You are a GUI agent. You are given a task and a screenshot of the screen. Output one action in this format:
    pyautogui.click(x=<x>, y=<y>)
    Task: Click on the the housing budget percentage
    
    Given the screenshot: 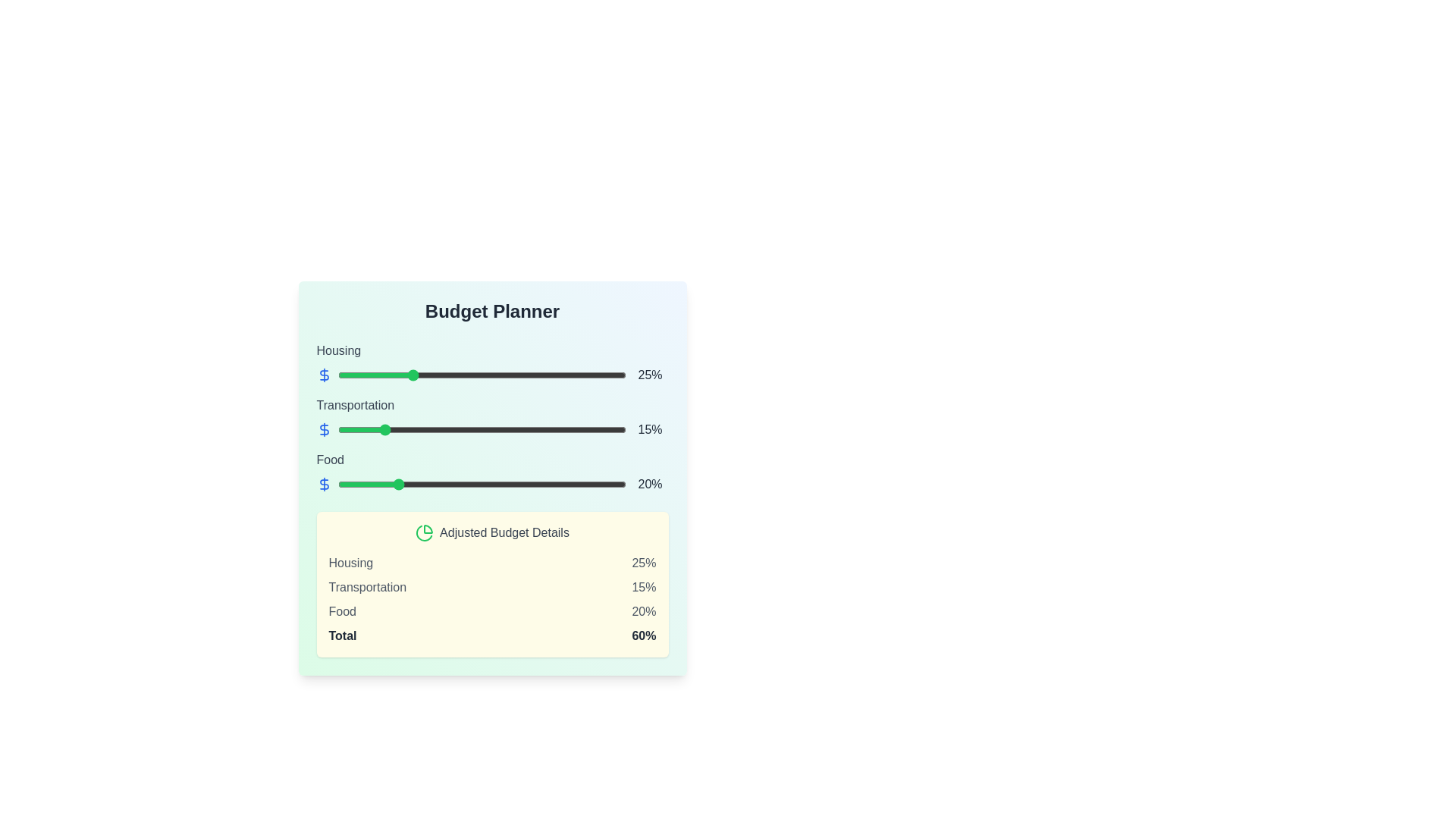 What is the action you would take?
    pyautogui.click(x=559, y=375)
    